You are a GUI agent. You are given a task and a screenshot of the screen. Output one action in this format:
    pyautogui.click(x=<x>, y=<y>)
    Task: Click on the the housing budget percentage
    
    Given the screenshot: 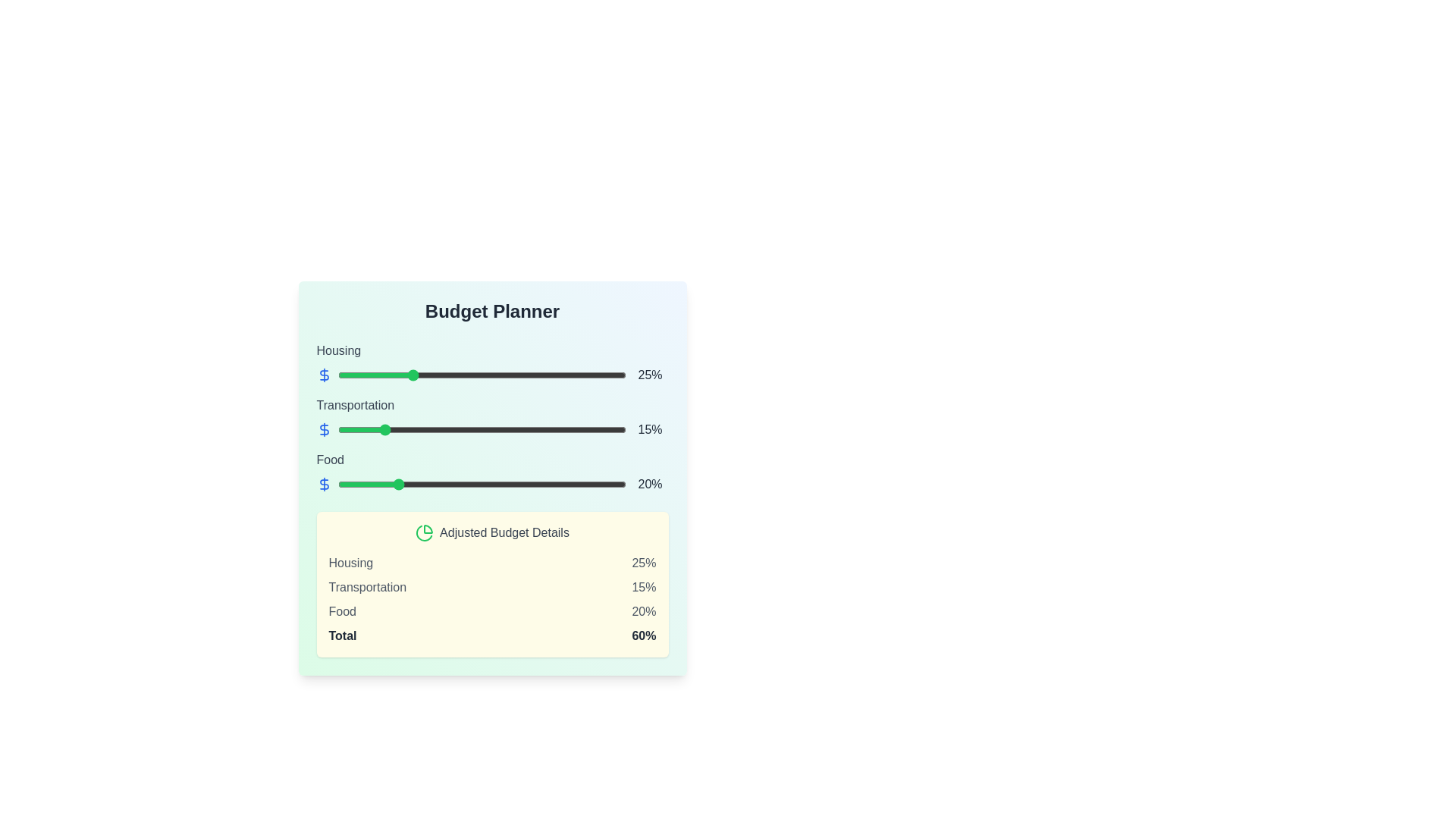 What is the action you would take?
    pyautogui.click(x=559, y=375)
    